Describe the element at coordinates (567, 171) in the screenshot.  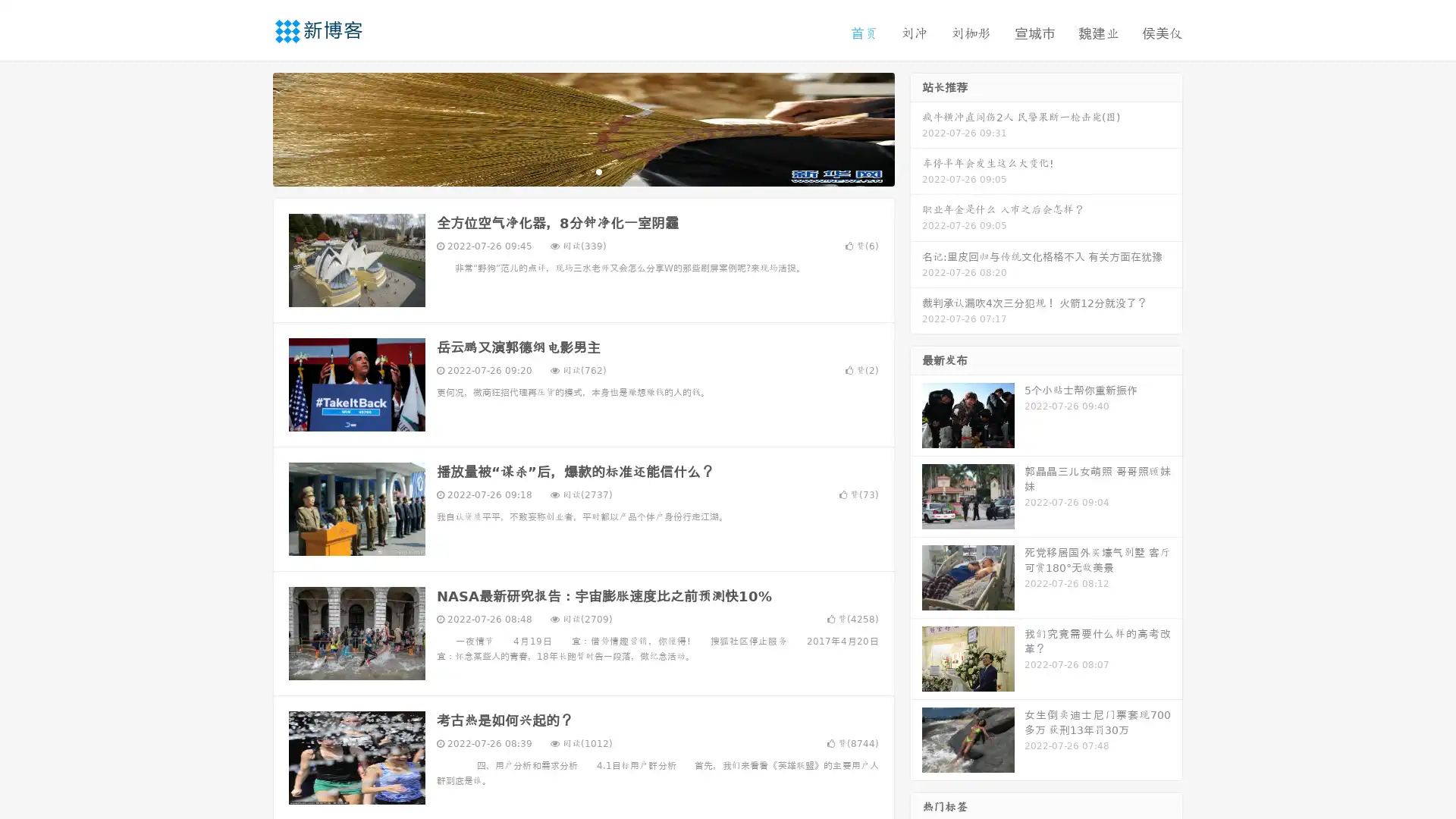
I see `Go to slide 1` at that location.